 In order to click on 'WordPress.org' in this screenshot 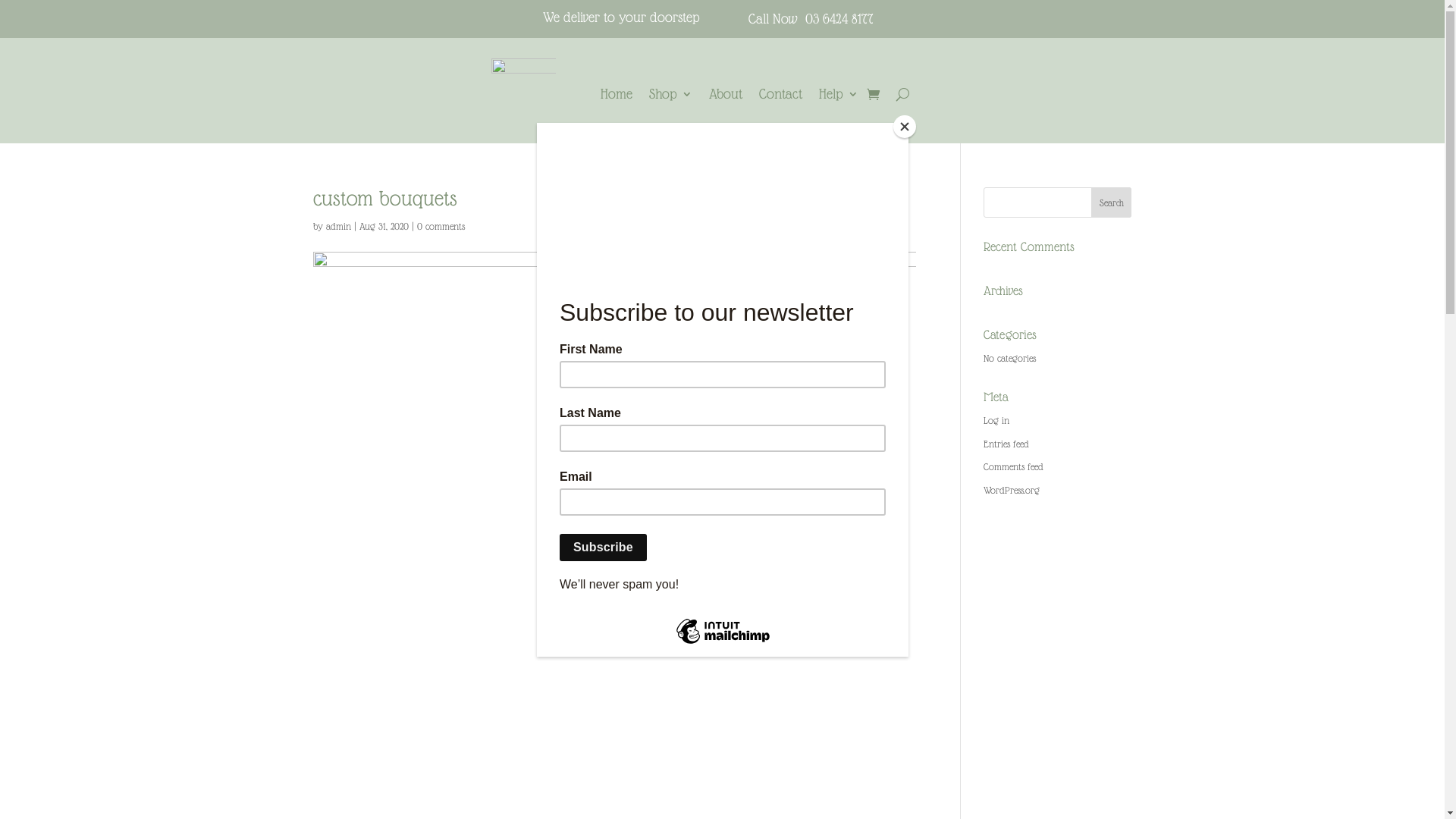, I will do `click(1012, 490)`.